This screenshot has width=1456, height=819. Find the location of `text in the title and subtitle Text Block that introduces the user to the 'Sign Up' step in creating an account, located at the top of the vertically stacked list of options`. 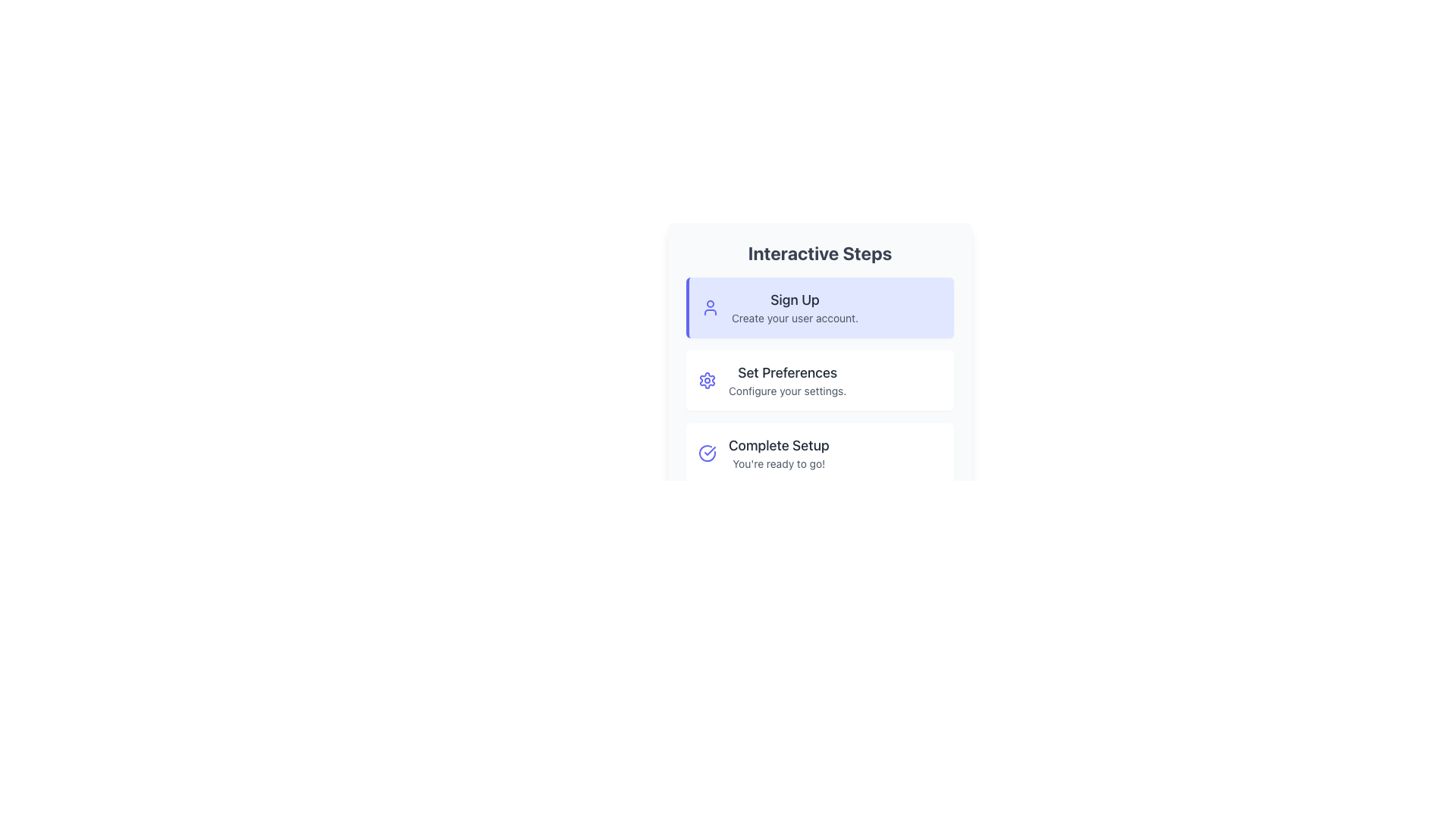

text in the title and subtitle Text Block that introduces the user to the 'Sign Up' step in creating an account, located at the top of the vertically stacked list of options is located at coordinates (794, 307).